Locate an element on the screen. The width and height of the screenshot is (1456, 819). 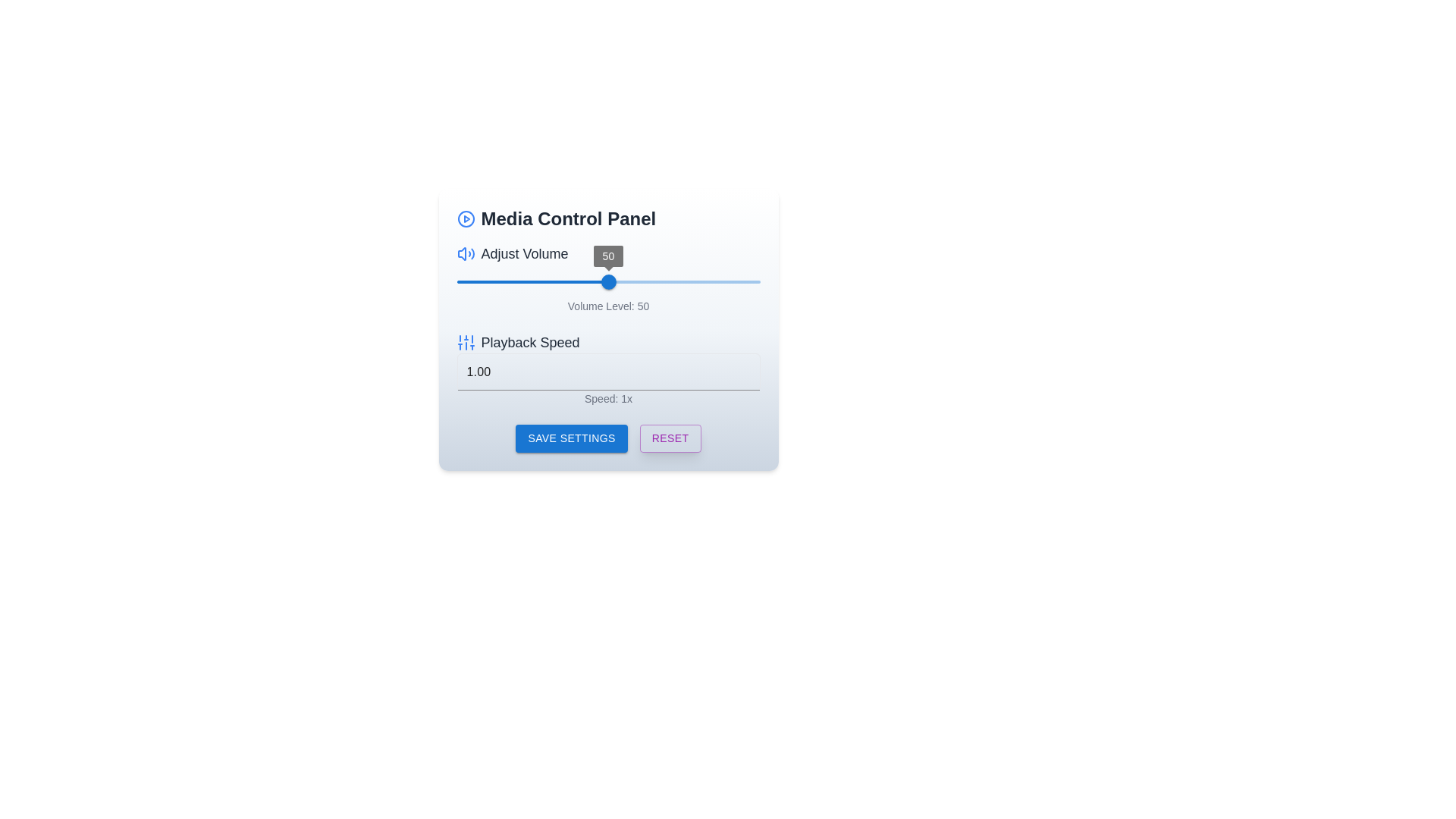
the Label displaying the number '50' which is part of the volume adjustment interface and is positioned directly above the slider thumb is located at coordinates (608, 255).